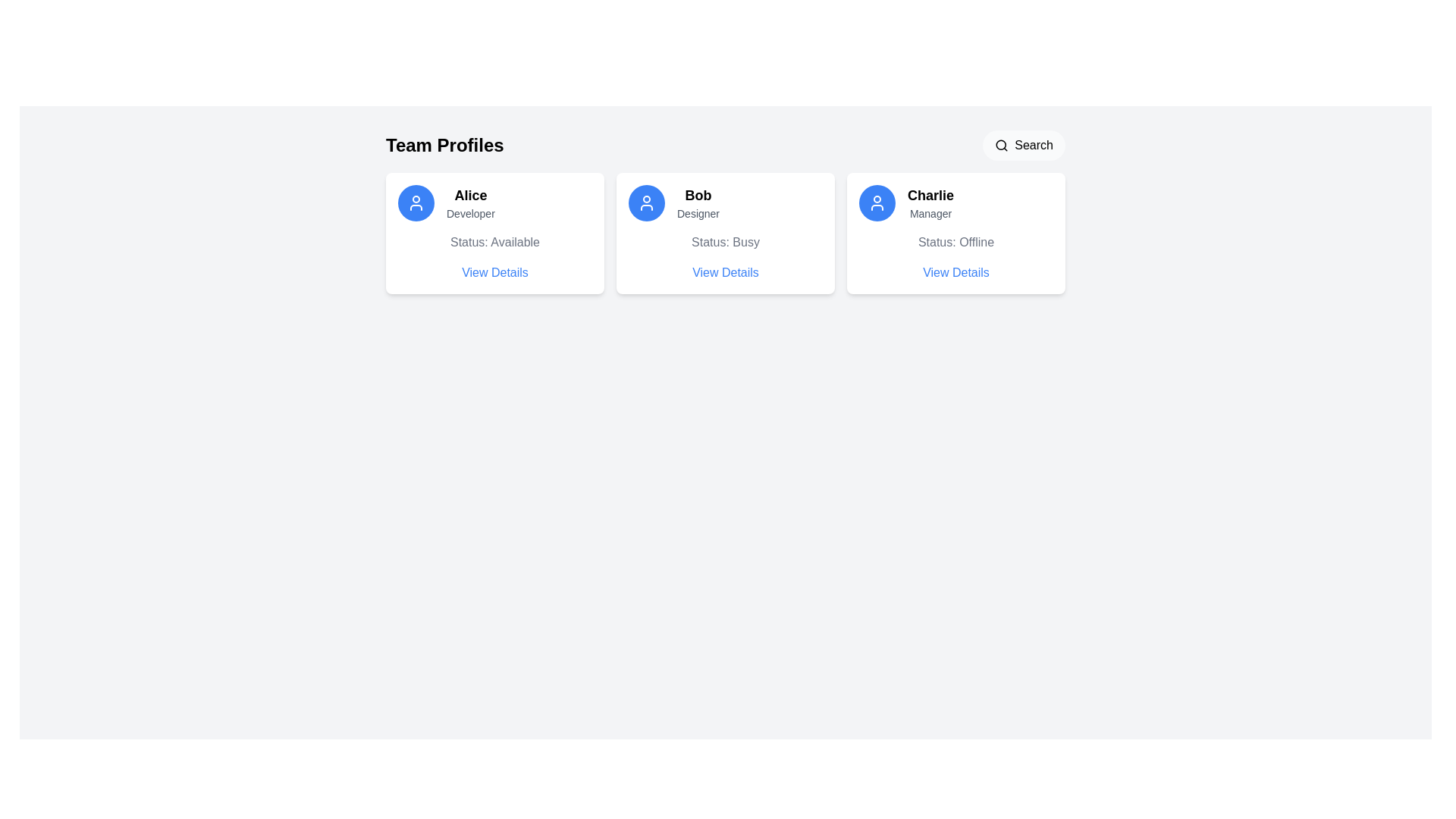 The height and width of the screenshot is (819, 1456). Describe the element at coordinates (955, 271) in the screenshot. I see `the clickable text link located at the bottom of the card titled 'Charlie', which serves as a navigational link to a detailed page about Charlie` at that location.